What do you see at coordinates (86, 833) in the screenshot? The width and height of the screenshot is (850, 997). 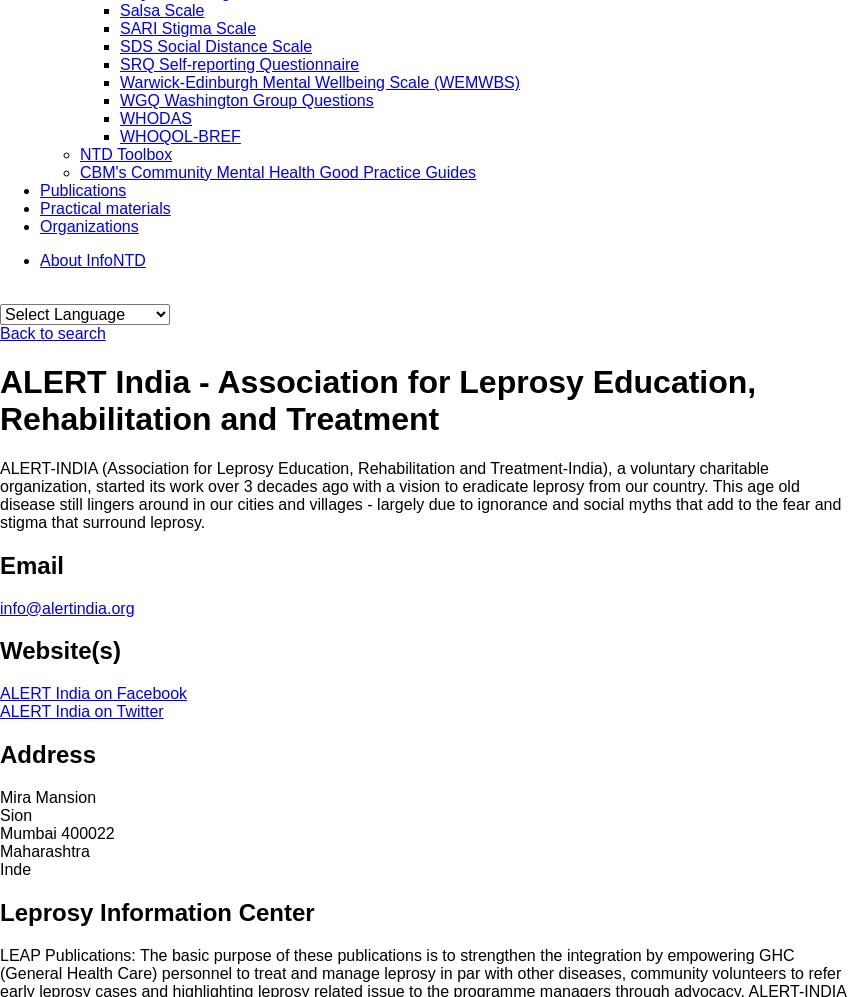 I see `'400022'` at bounding box center [86, 833].